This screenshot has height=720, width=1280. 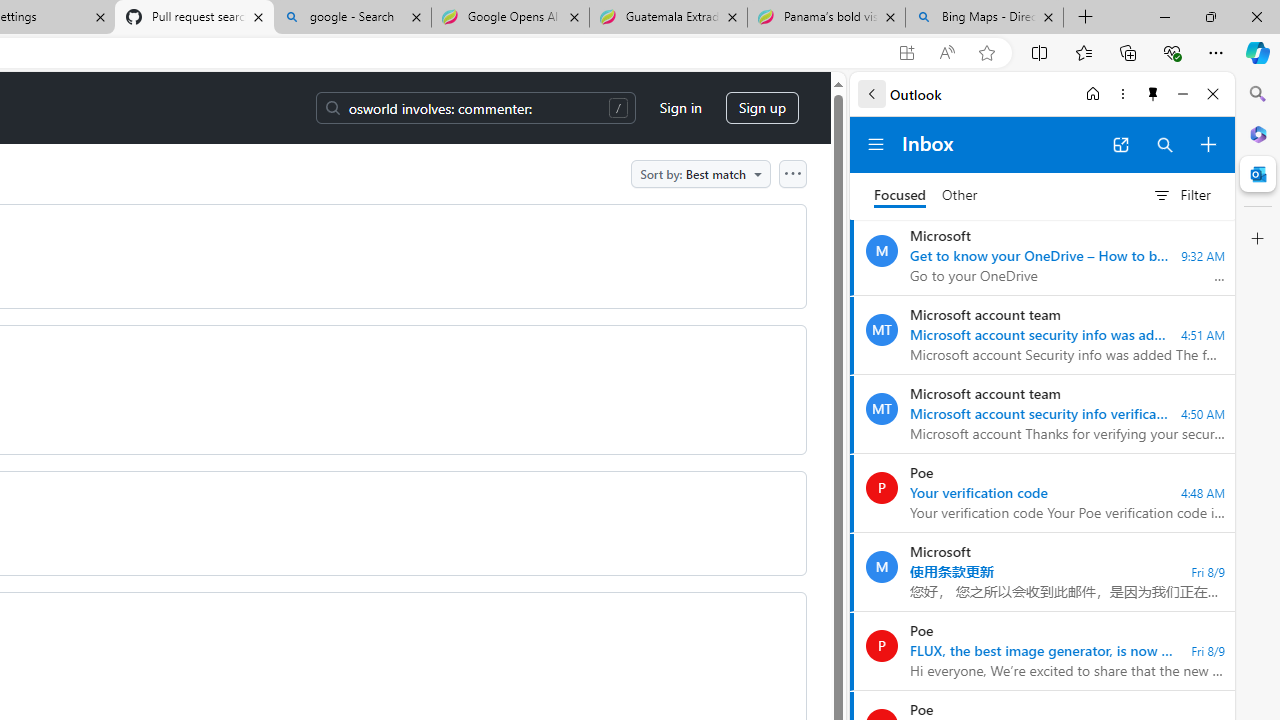 What do you see at coordinates (680, 108) in the screenshot?
I see `'Sign in'` at bounding box center [680, 108].